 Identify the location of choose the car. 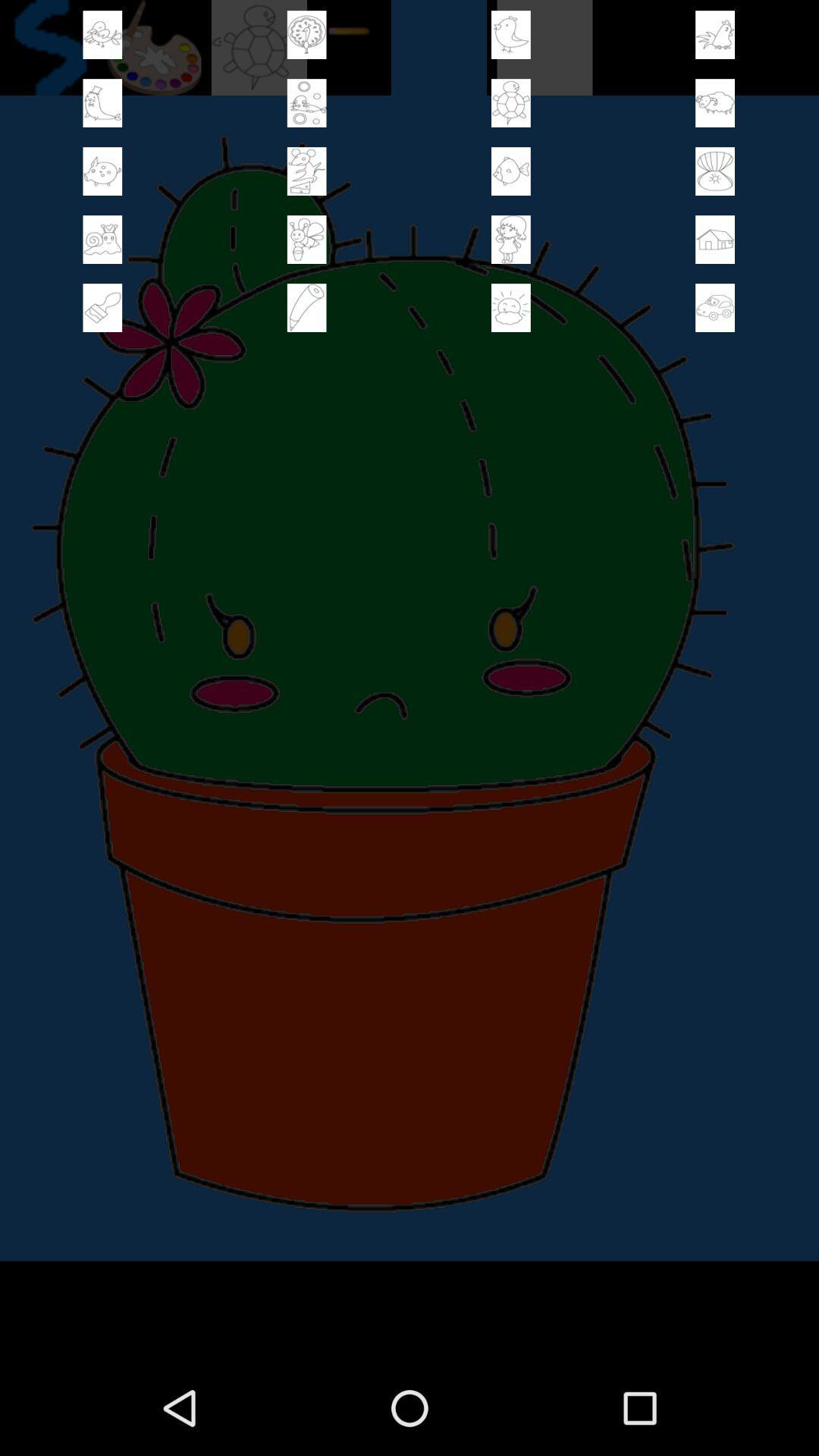
(715, 307).